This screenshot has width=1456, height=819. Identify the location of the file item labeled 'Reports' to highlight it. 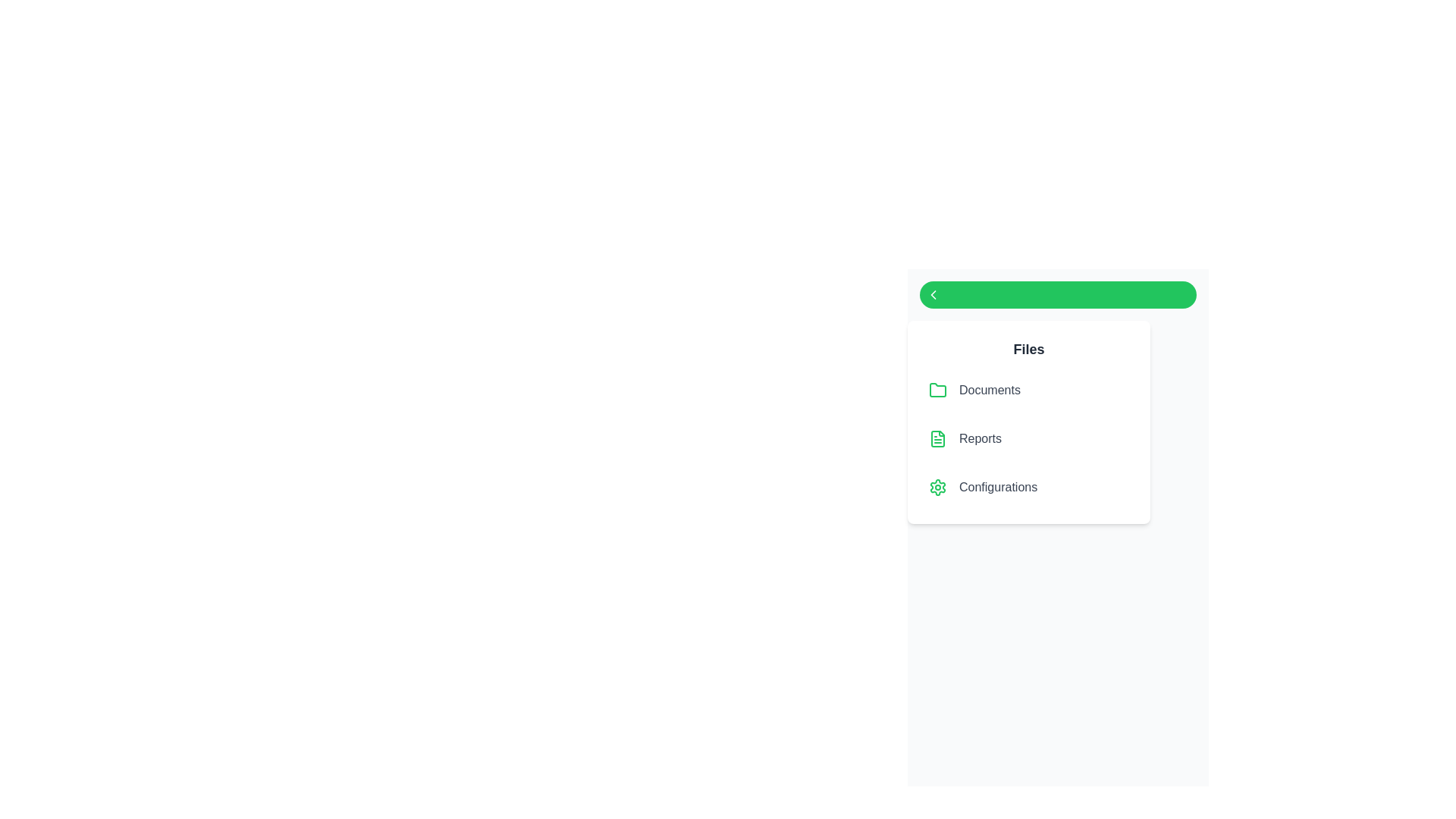
(1029, 438).